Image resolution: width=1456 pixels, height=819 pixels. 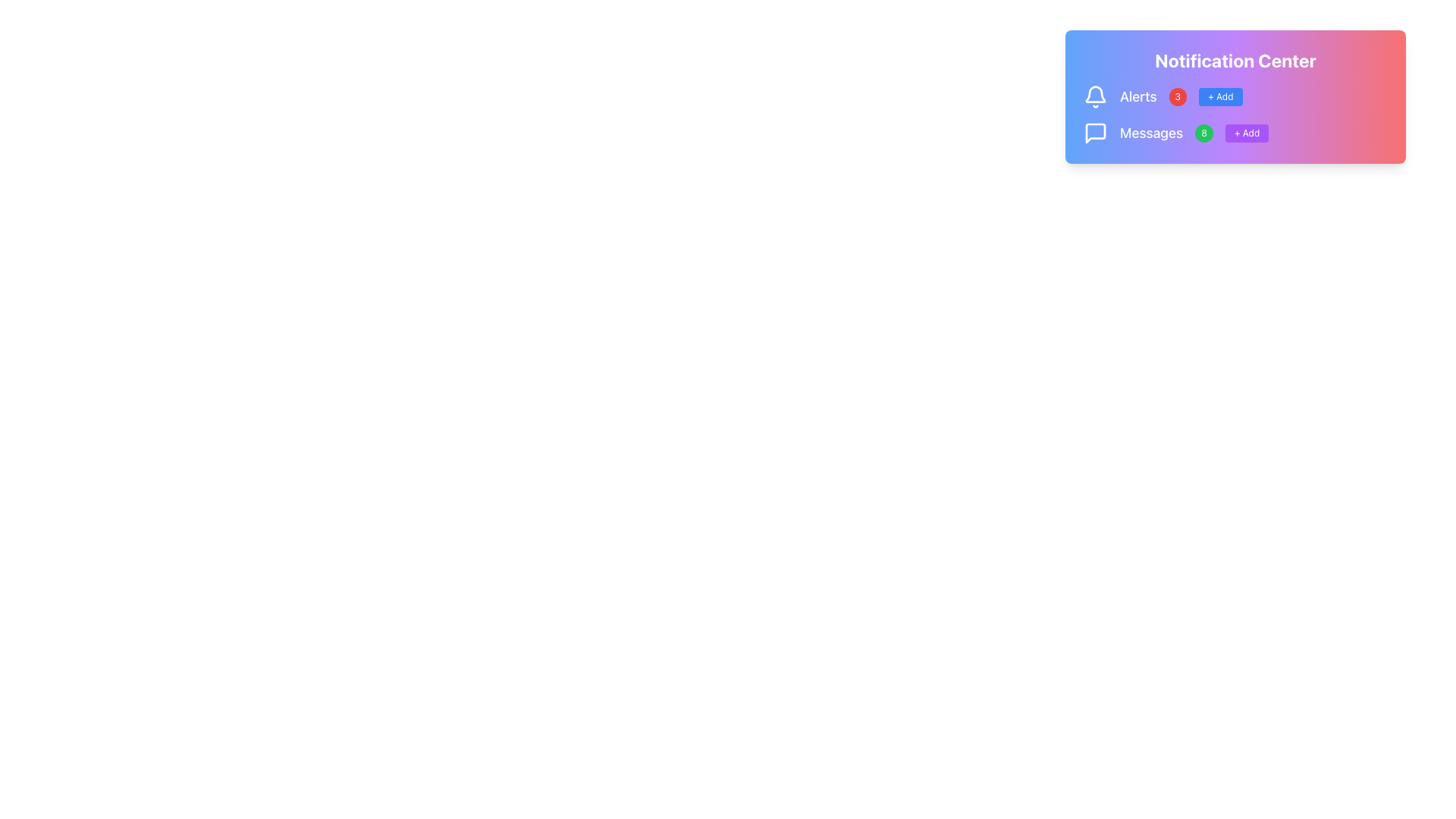 What do you see at coordinates (1151, 133) in the screenshot?
I see `the Text Label that indicates the messages section within the Notification Center, positioned between the messages icon and the green numeric badge` at bounding box center [1151, 133].